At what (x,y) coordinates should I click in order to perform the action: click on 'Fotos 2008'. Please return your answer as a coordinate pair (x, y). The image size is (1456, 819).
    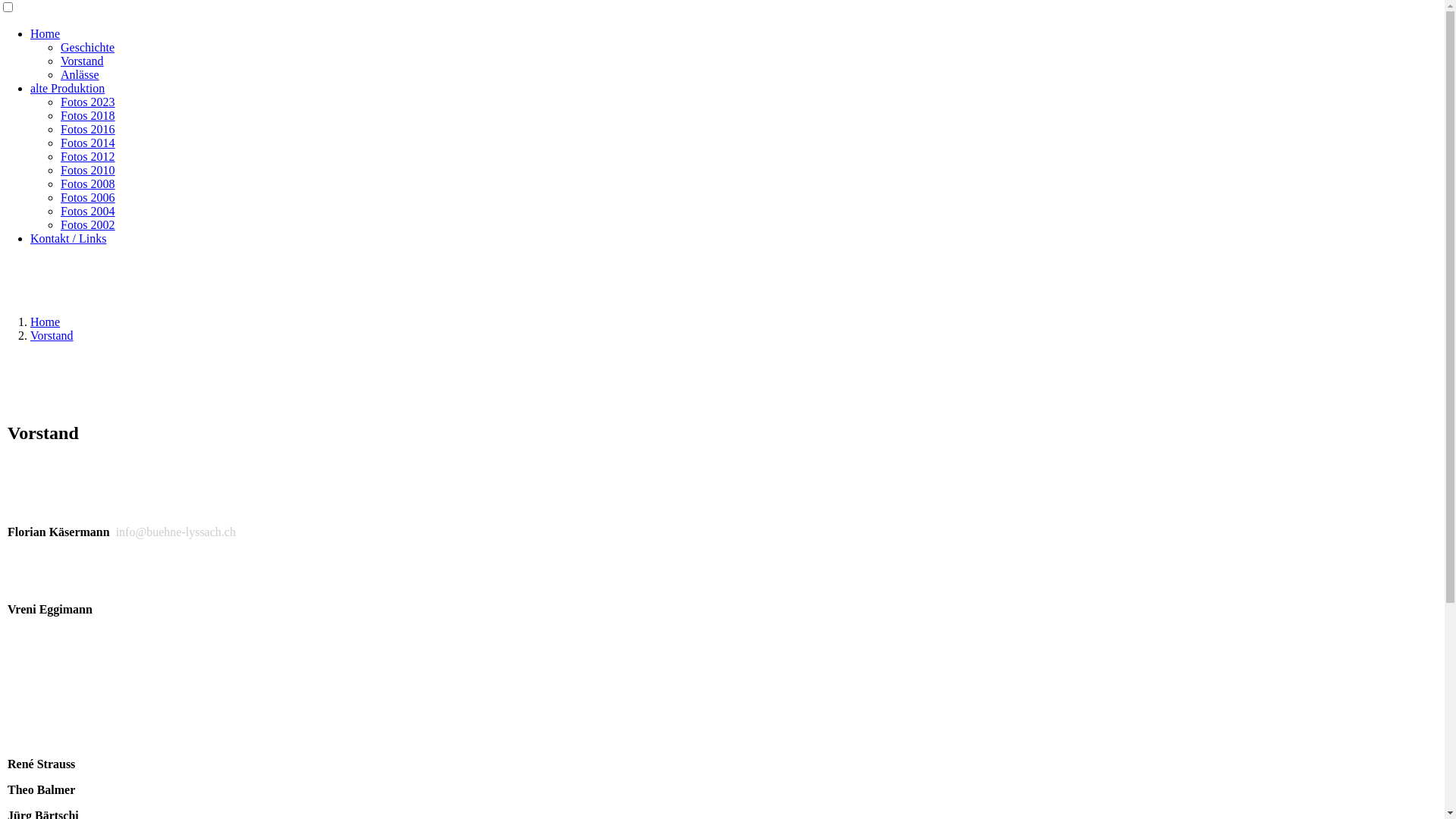
    Looking at the image, I should click on (86, 183).